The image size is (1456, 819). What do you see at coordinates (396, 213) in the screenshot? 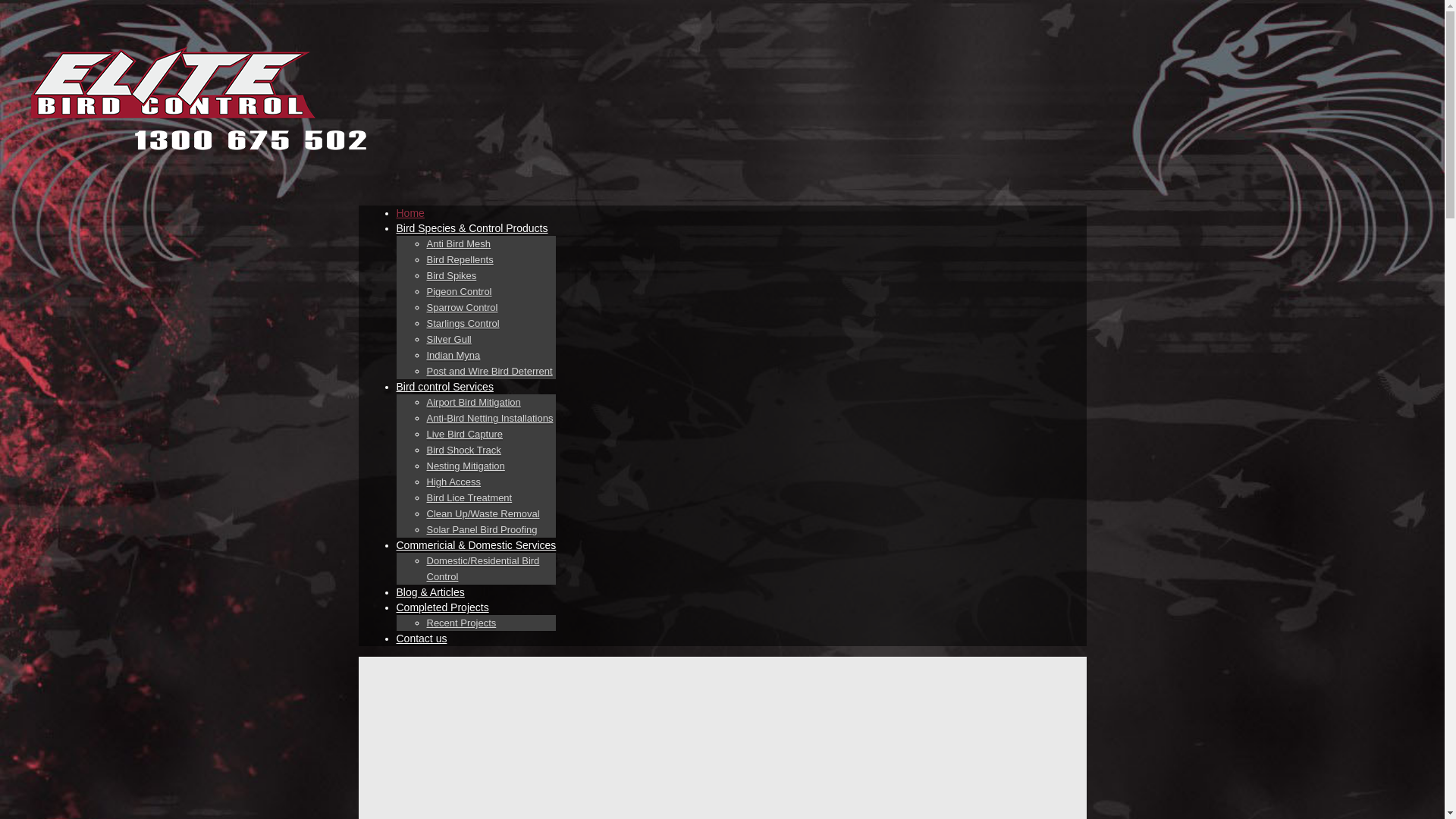
I see `'Home'` at bounding box center [396, 213].